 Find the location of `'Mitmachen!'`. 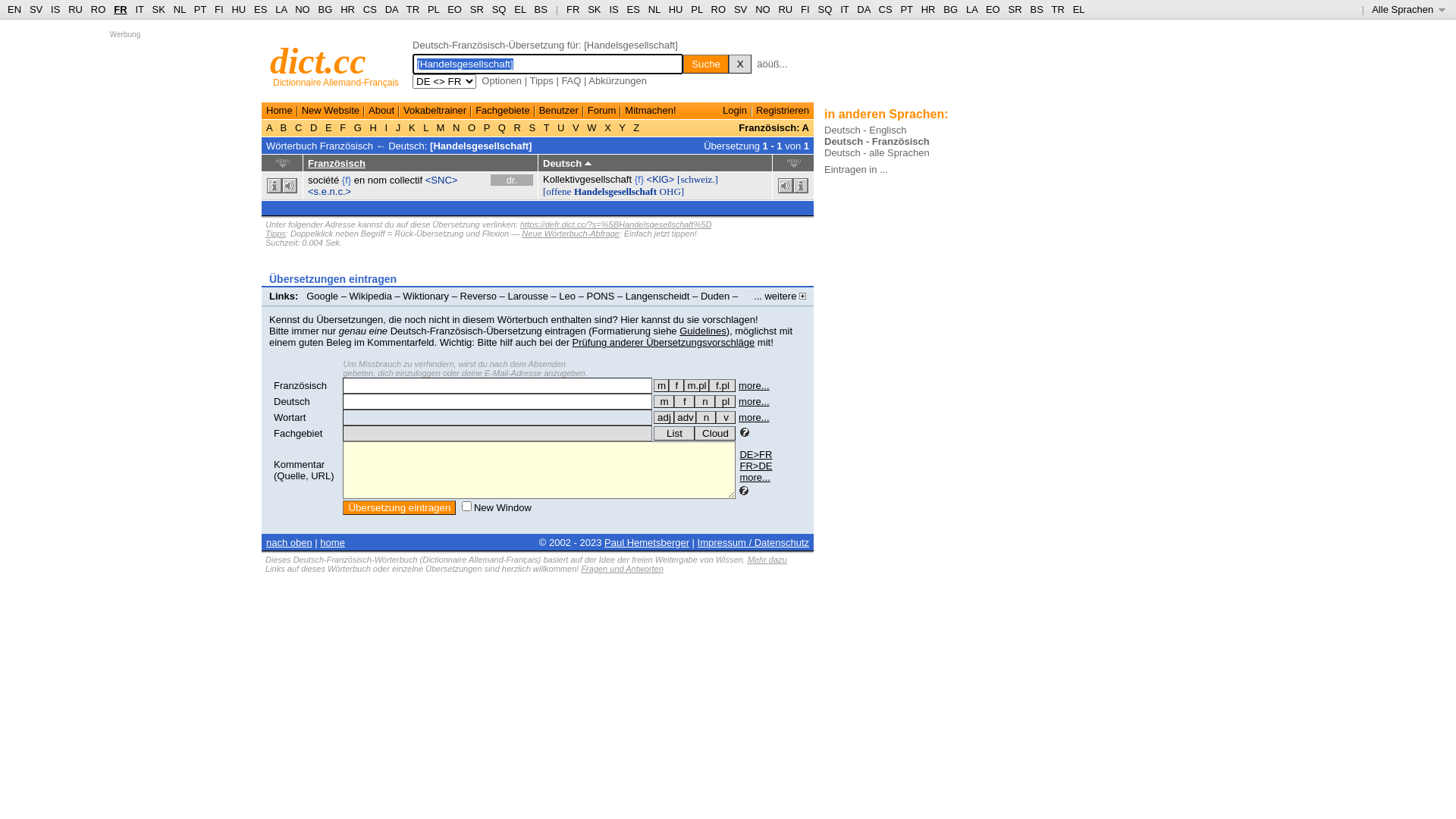

'Mitmachen!' is located at coordinates (650, 109).